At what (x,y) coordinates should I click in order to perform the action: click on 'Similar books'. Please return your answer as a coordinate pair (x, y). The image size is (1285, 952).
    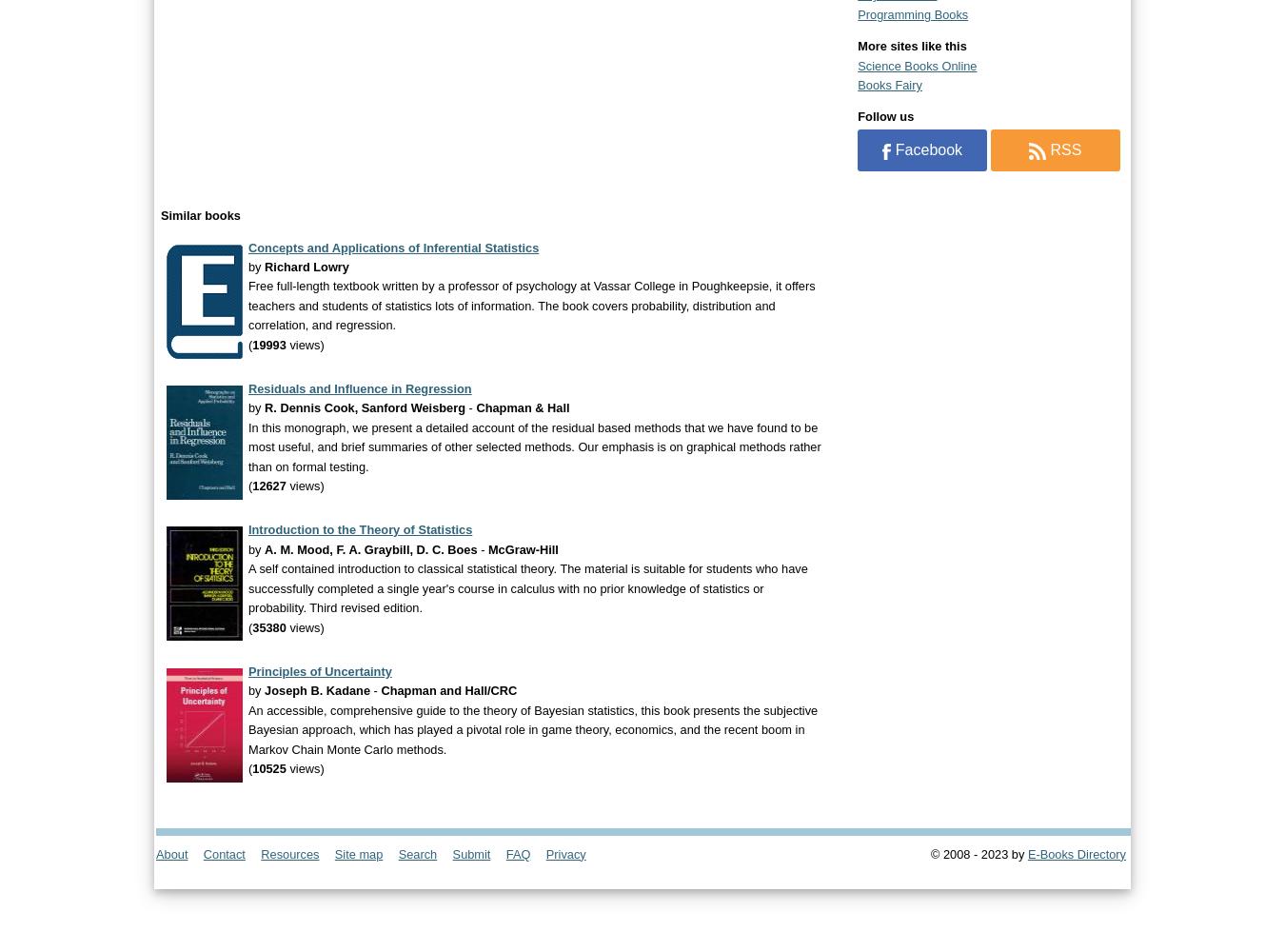
    Looking at the image, I should click on (200, 214).